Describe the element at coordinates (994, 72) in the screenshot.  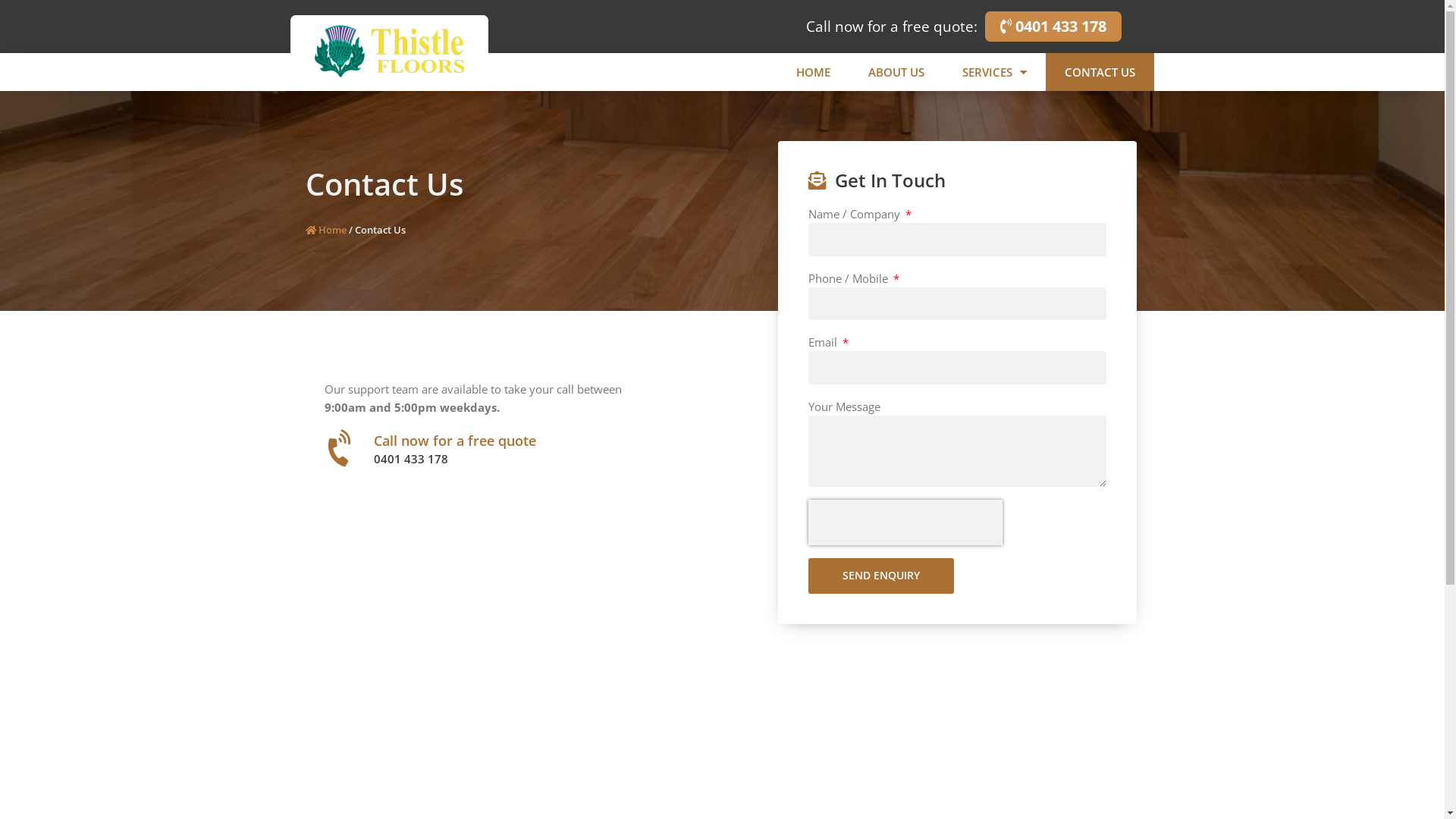
I see `'SERVICES'` at that location.